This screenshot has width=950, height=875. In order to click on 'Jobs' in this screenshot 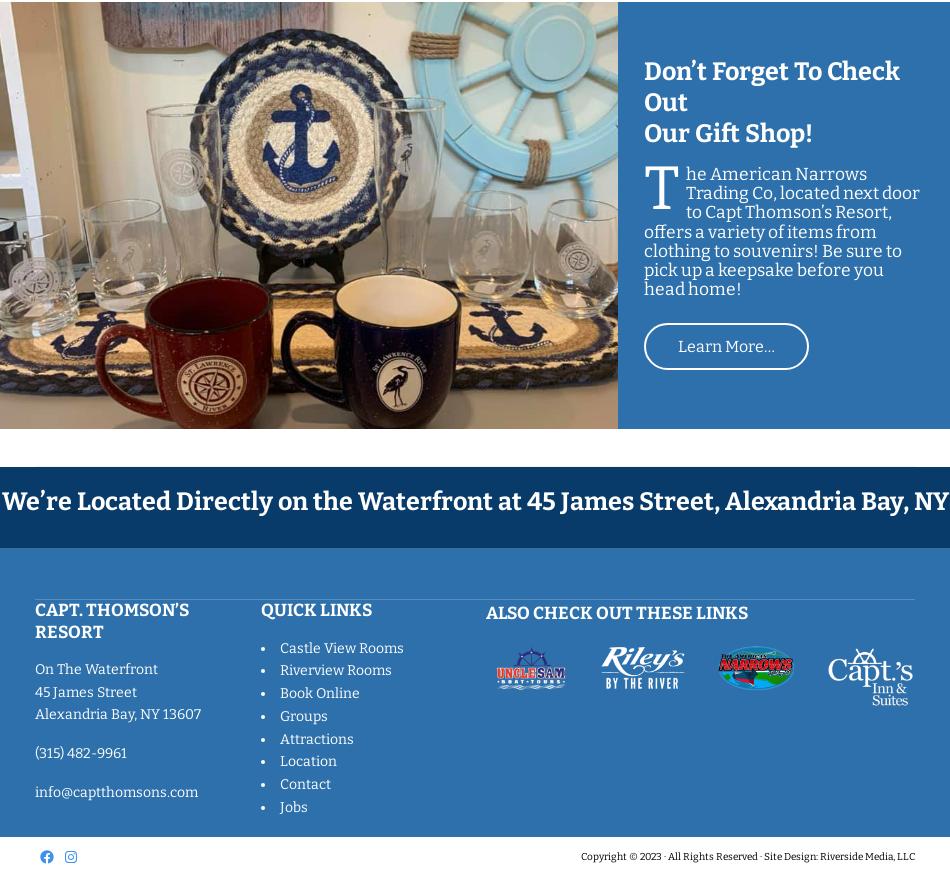, I will do `click(291, 805)`.